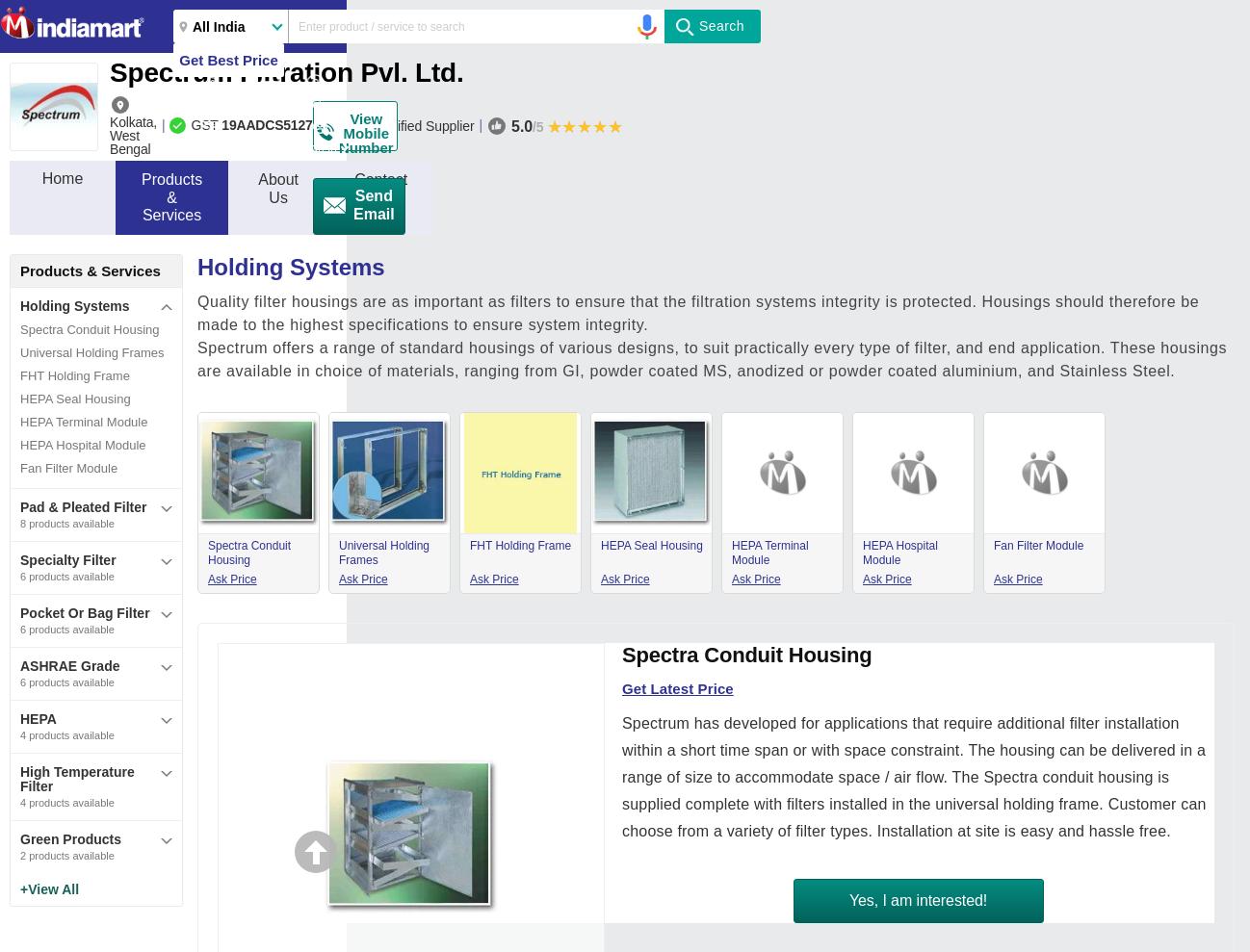 Image resolution: width=1250 pixels, height=952 pixels. What do you see at coordinates (277, 188) in the screenshot?
I see `'About Us'` at bounding box center [277, 188].